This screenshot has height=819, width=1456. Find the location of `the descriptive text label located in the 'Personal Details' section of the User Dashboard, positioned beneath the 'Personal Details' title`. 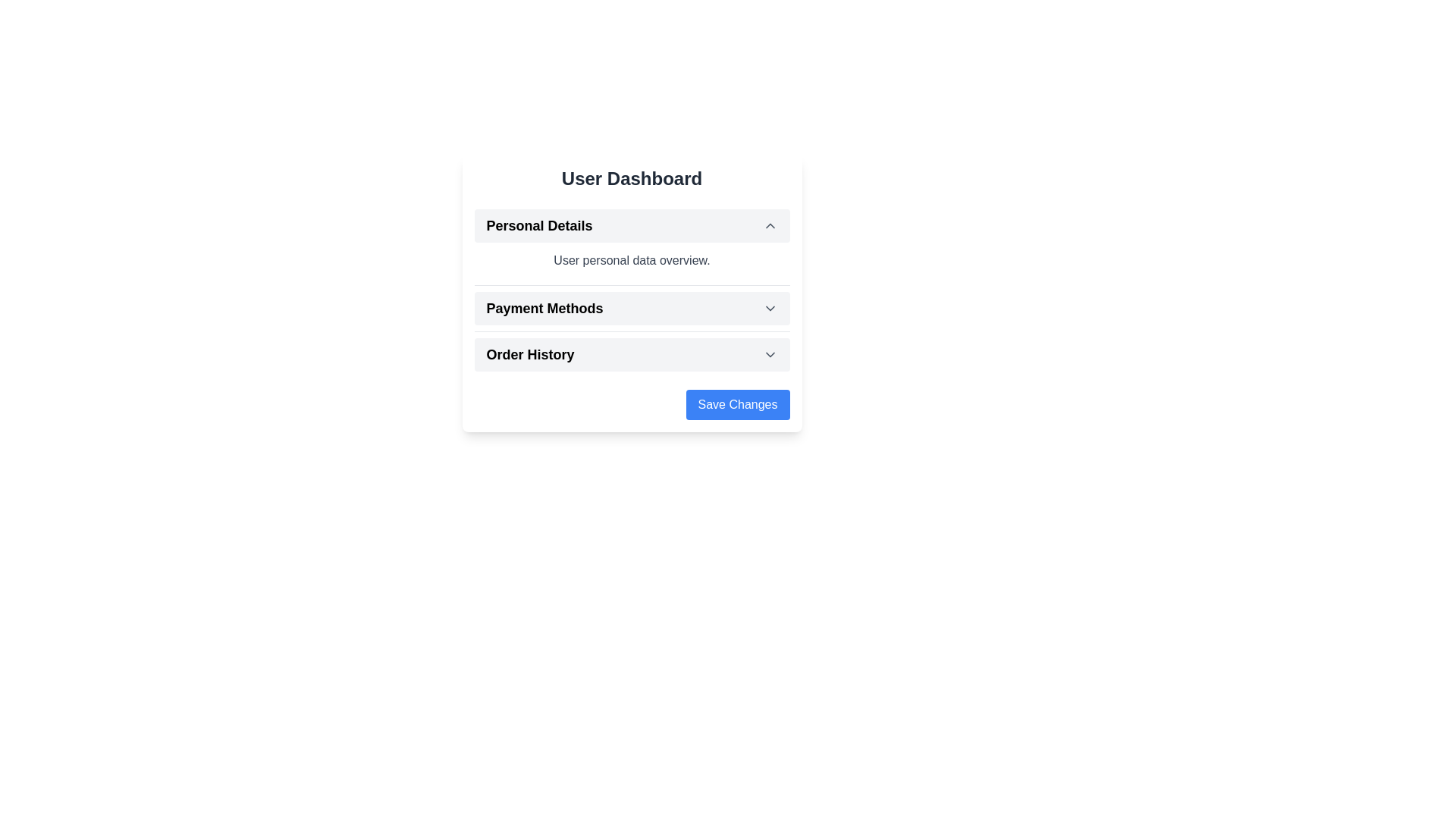

the descriptive text label located in the 'Personal Details' section of the User Dashboard, positioned beneath the 'Personal Details' title is located at coordinates (632, 259).